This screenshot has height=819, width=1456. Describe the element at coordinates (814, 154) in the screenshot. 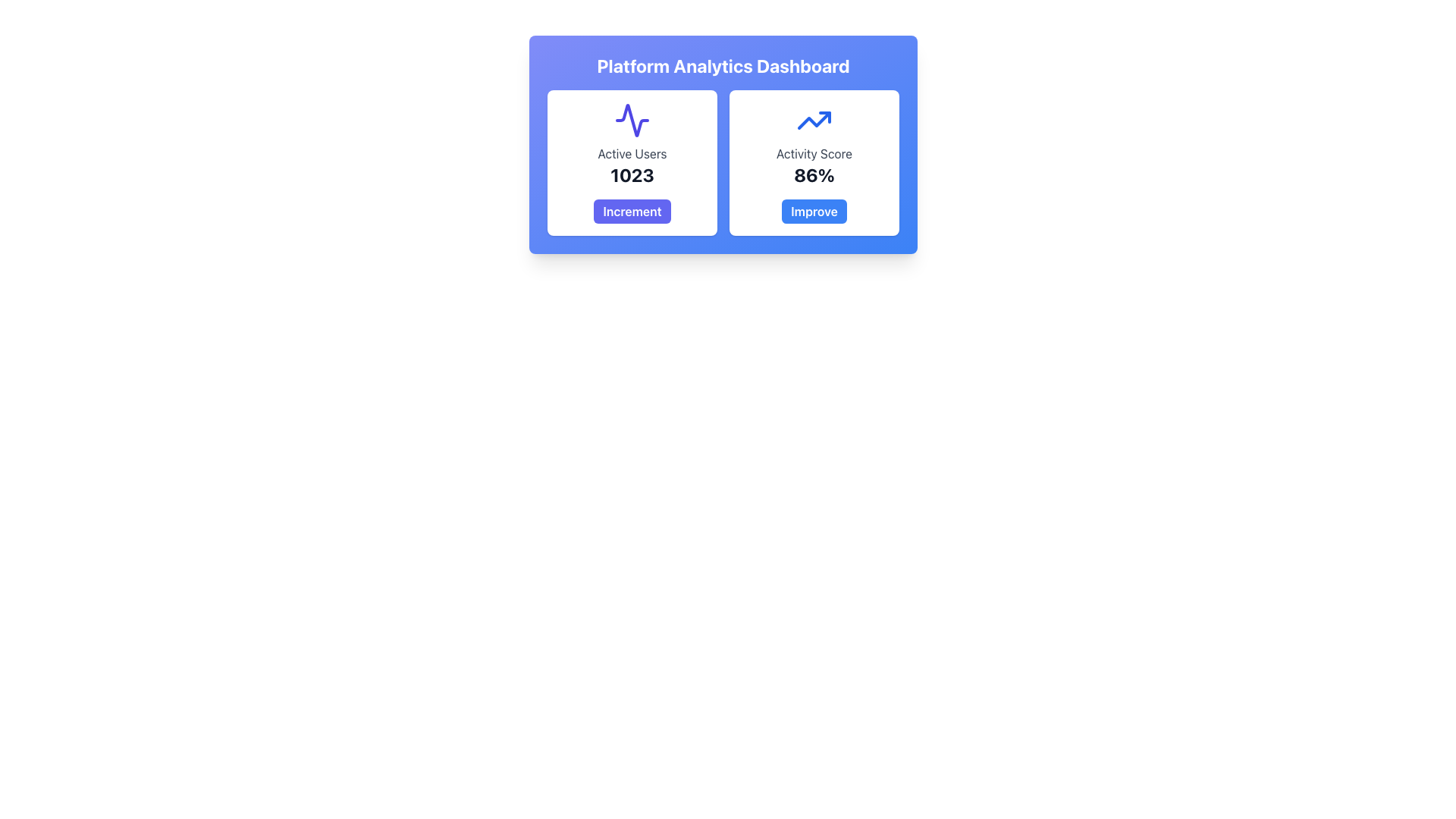

I see `the 'Activity Score' label, which displays the text in gray font and is located in the card on the right side of the 'Platform Analytics Dashboard', positioned between an upward-trending arrow icon and the '86%' text` at that location.